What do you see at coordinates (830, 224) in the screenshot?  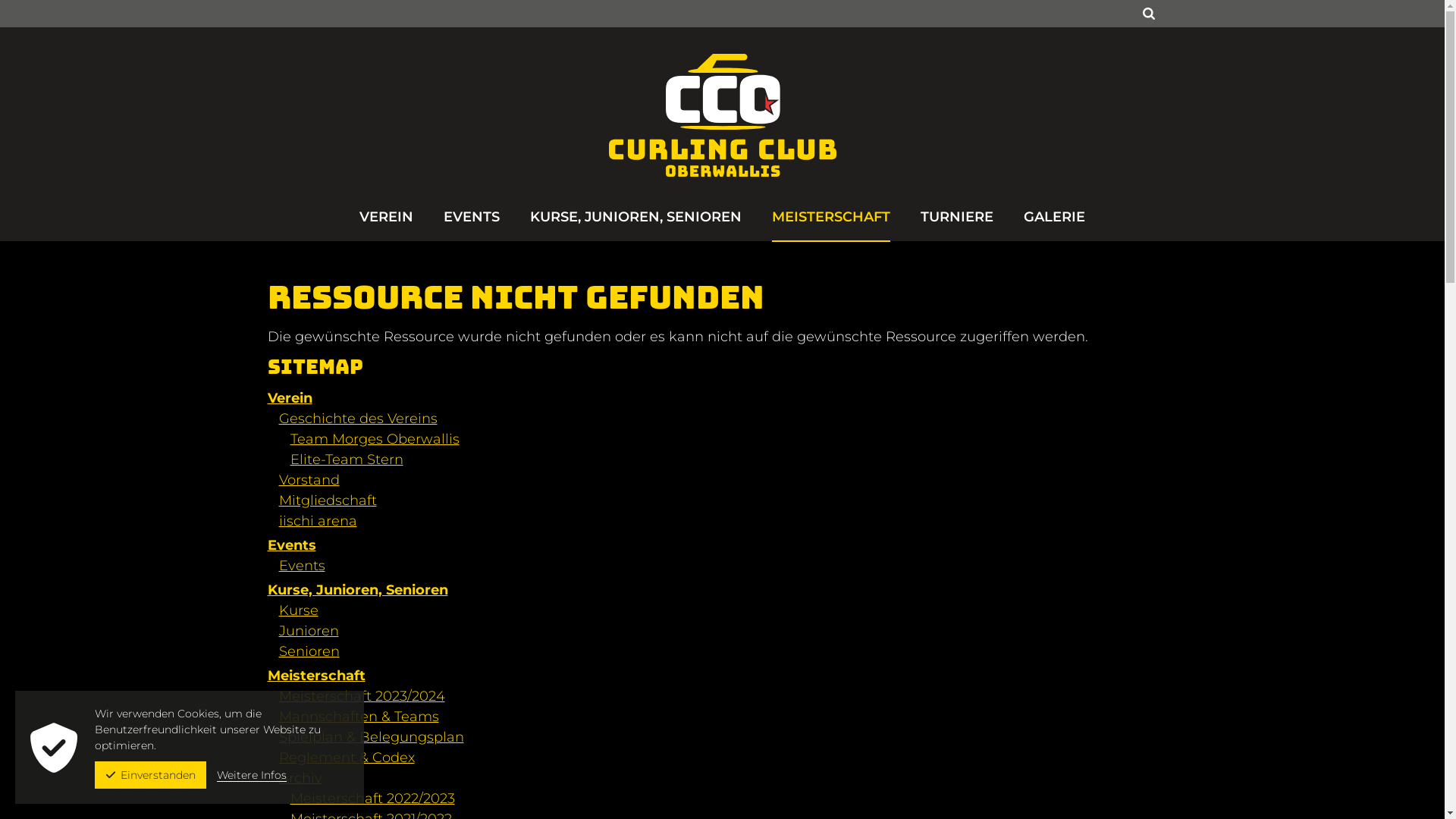 I see `'MEISTERSCHAFT'` at bounding box center [830, 224].